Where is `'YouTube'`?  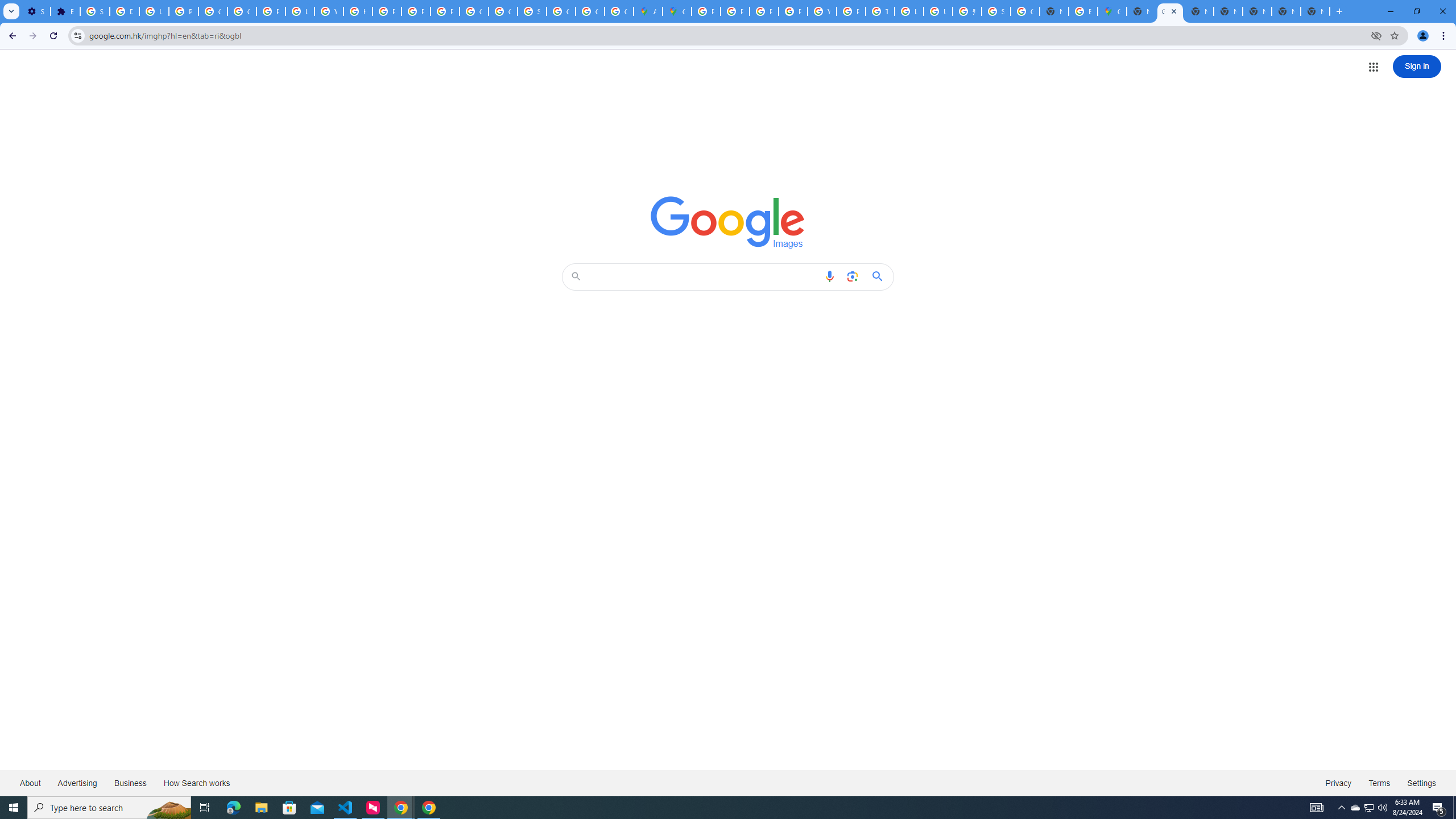
'YouTube' is located at coordinates (821, 11).